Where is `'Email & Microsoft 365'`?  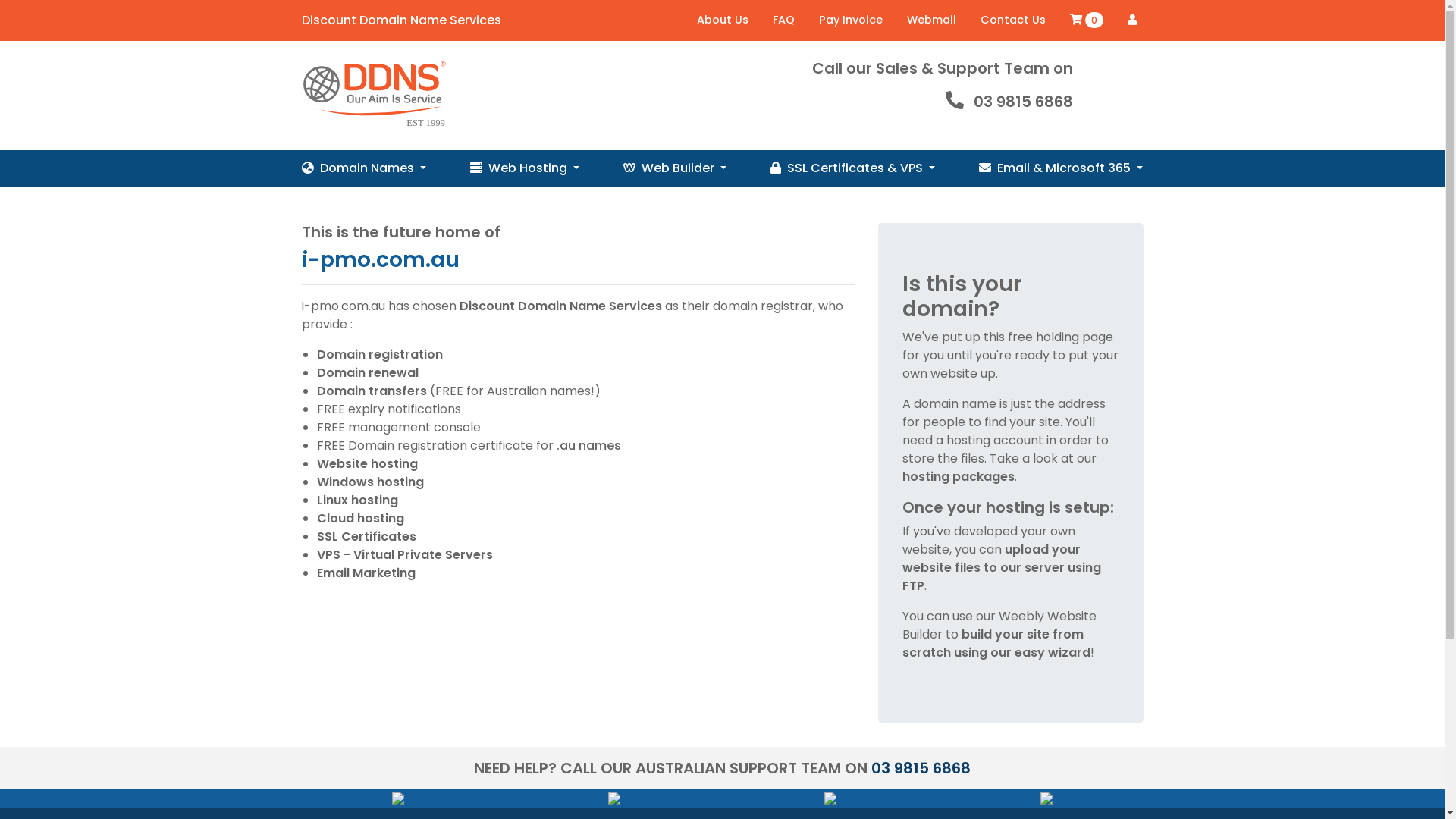
'Email & Microsoft 365' is located at coordinates (1059, 168).